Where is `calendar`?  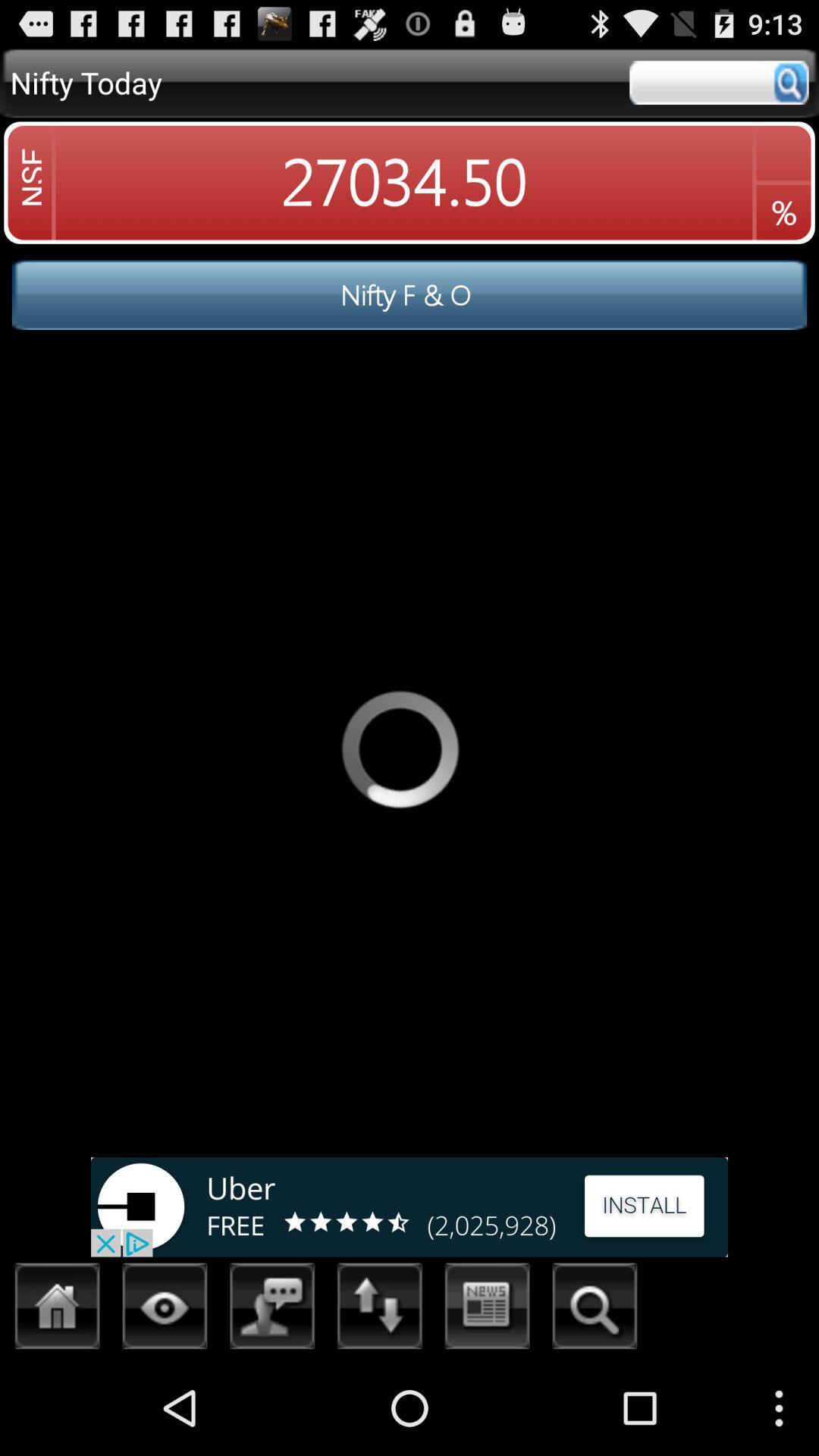 calendar is located at coordinates (488, 1310).